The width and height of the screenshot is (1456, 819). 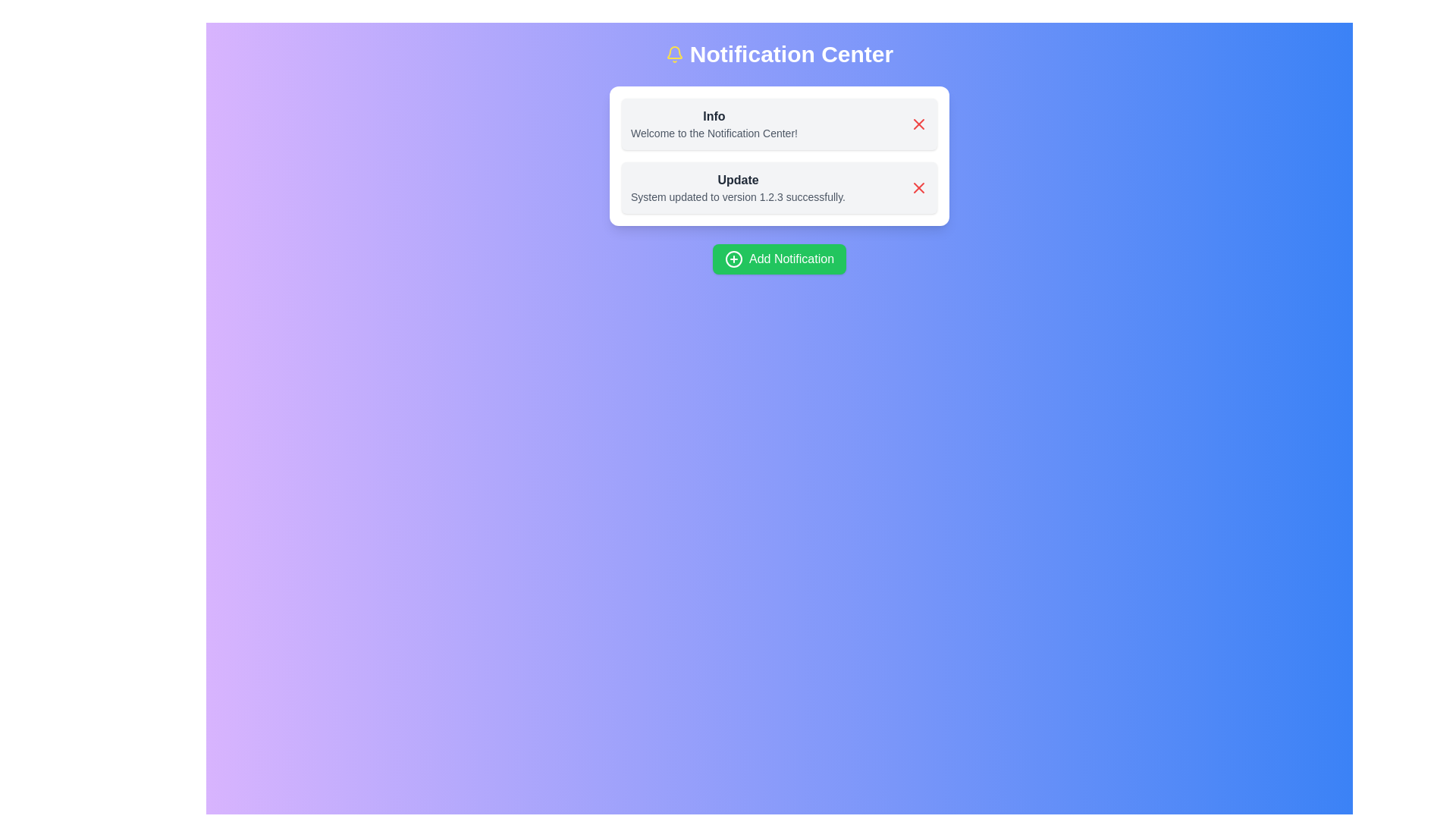 I want to click on the informational text that welcomes the user to the notification center, located below the 'Info' heading and above the close button in the notification card, so click(x=713, y=133).